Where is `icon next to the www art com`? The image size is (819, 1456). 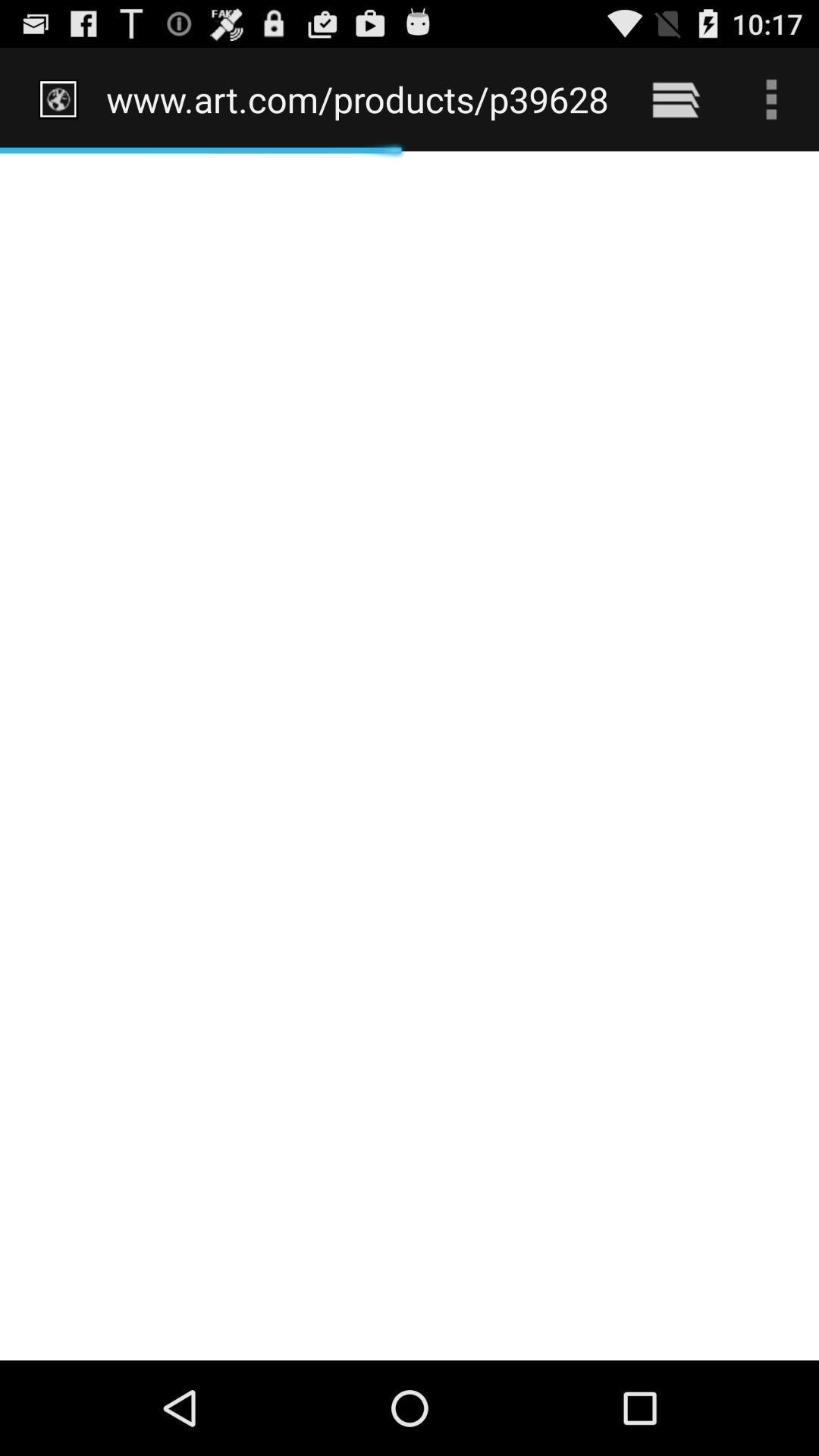 icon next to the www art com is located at coordinates (675, 99).